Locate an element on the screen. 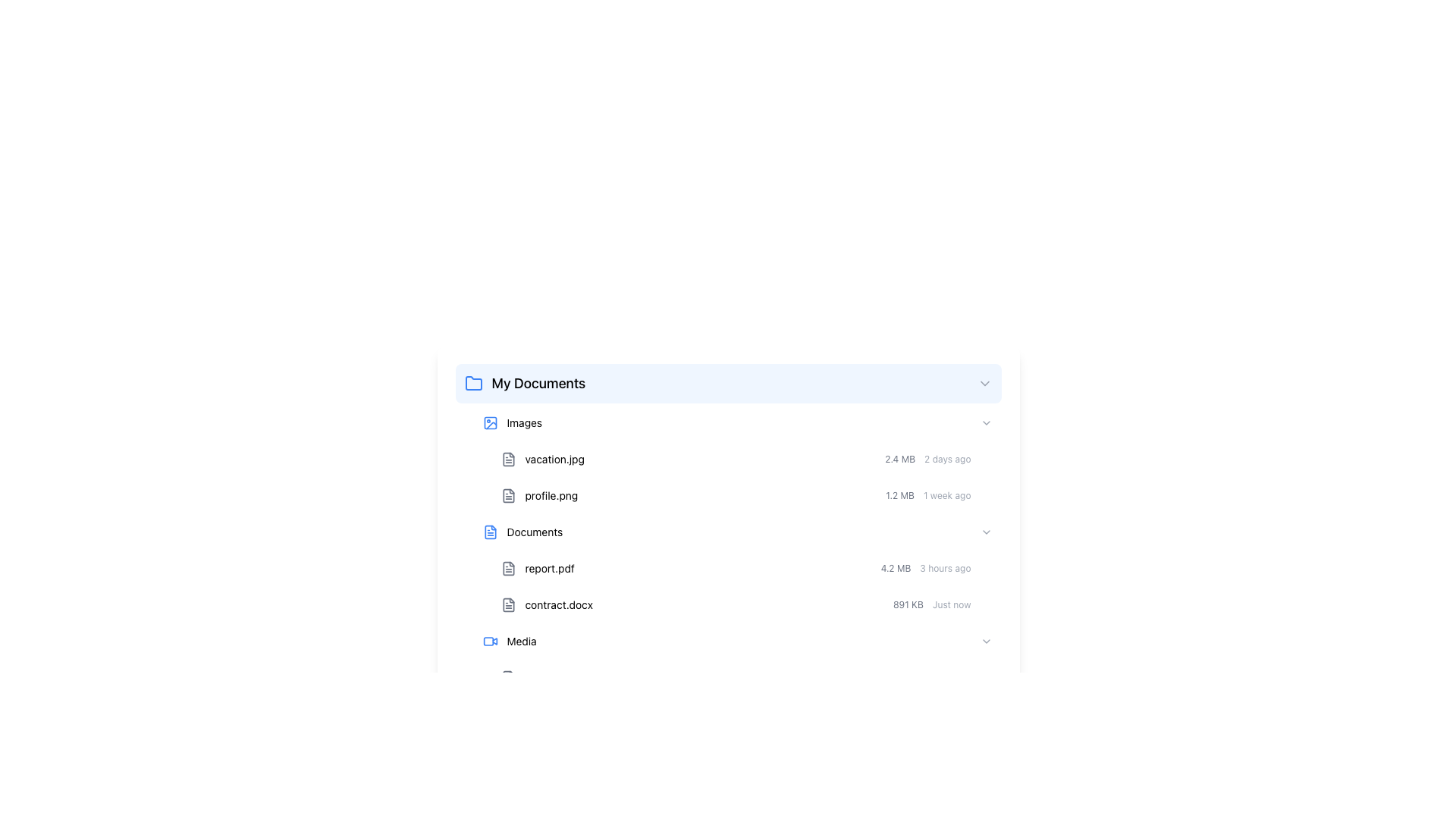 The image size is (1456, 819). the small text label displaying '1 week ago' that is light gray and located between the file size label and the download icon is located at coordinates (946, 496).